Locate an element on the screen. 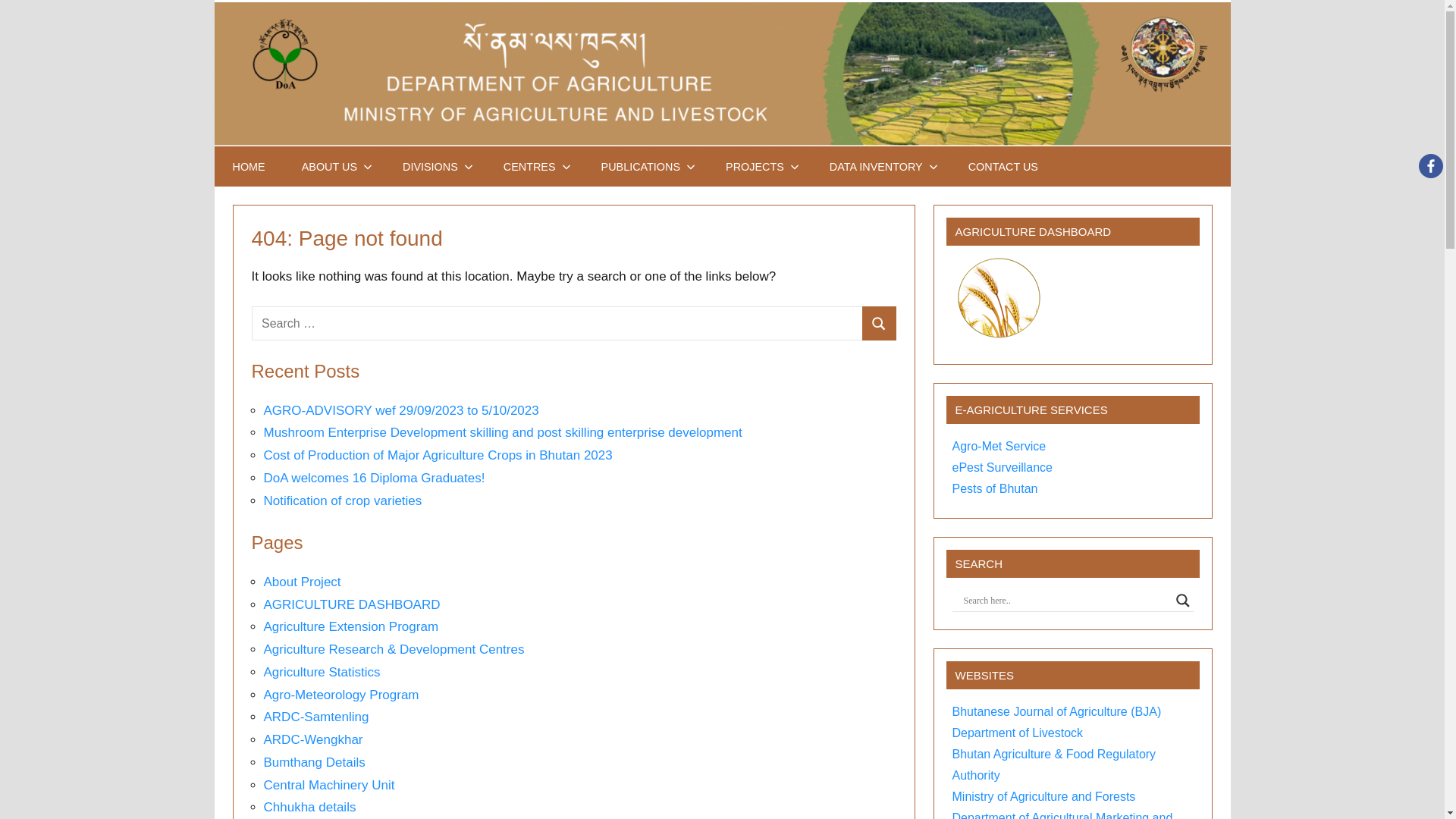  'Bhutanese Journal of Agriculture (BJA)' is located at coordinates (1056, 711).